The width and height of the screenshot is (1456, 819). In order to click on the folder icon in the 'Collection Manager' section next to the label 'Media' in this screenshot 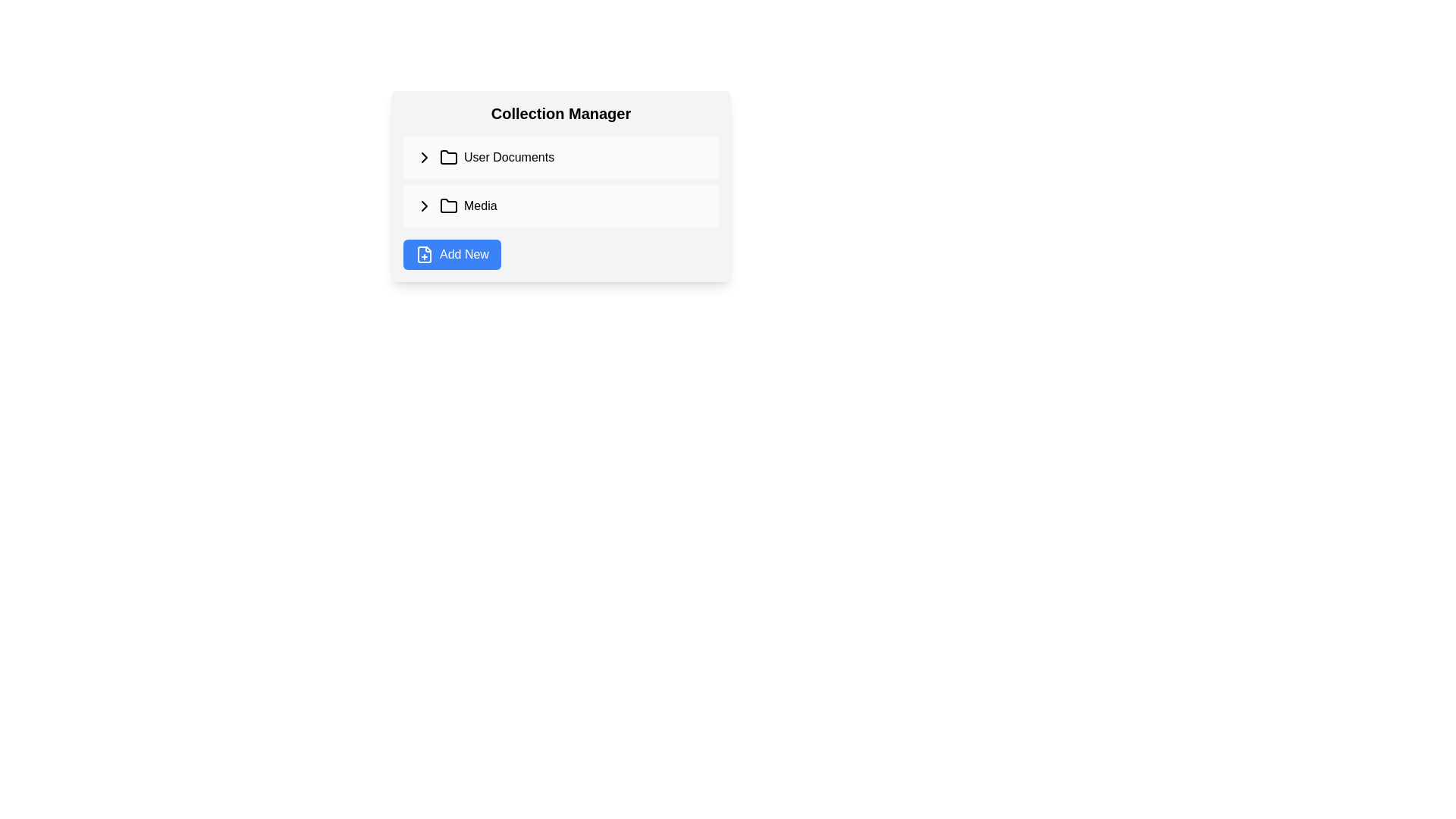, I will do `click(447, 206)`.